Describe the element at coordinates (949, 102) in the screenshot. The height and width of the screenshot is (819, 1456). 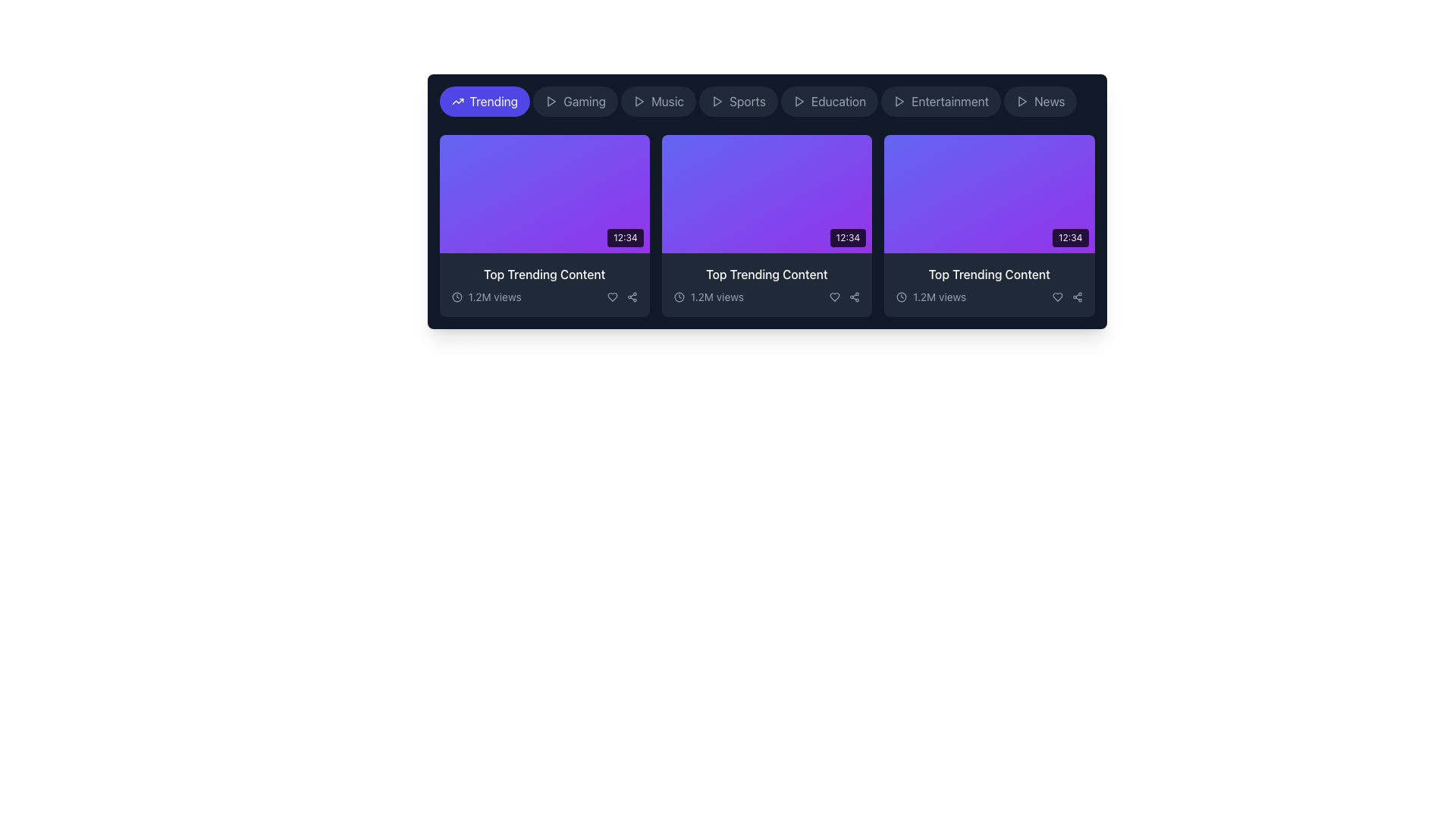
I see `the sixth navigation tab labeled 'Entertainment' in the horizontal bar` at that location.